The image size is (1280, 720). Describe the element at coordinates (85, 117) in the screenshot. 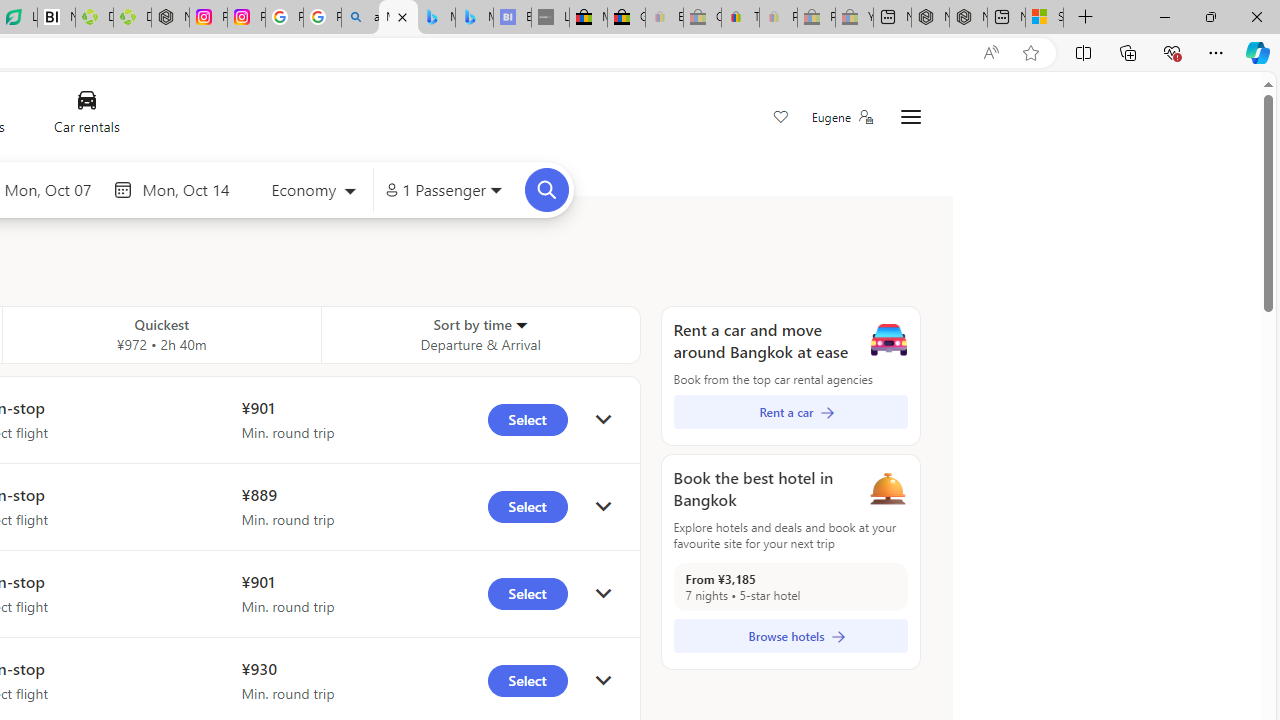

I see `'Car rentals'` at that location.